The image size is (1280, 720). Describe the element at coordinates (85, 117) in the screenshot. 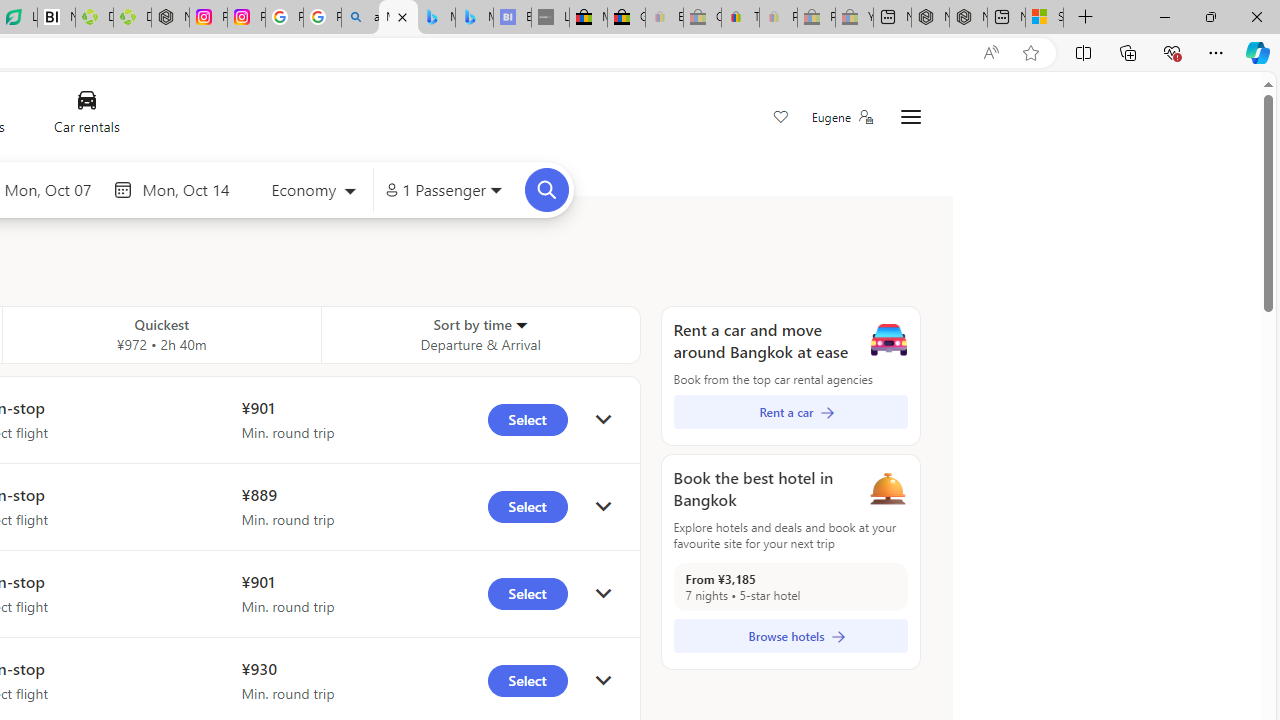

I see `'Car rentals'` at that location.